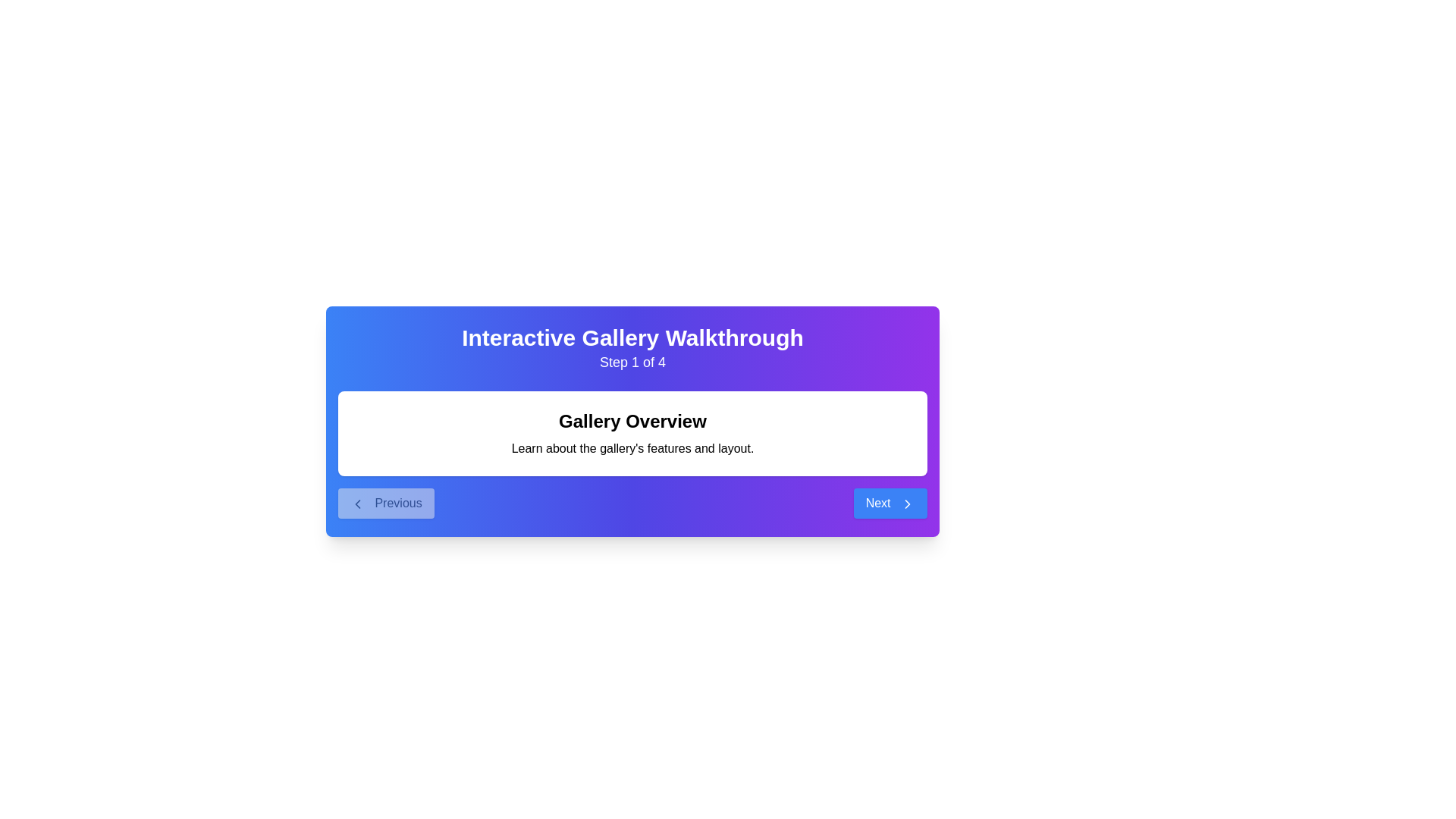 Image resolution: width=1456 pixels, height=819 pixels. Describe the element at coordinates (356, 503) in the screenshot. I see `the left-facing chevron icon located to the left of the 'Previous' text inside the 'Previous' button at the lower left of the dialog box labeled 'Interactive Gallery Walkthrough'` at that location.